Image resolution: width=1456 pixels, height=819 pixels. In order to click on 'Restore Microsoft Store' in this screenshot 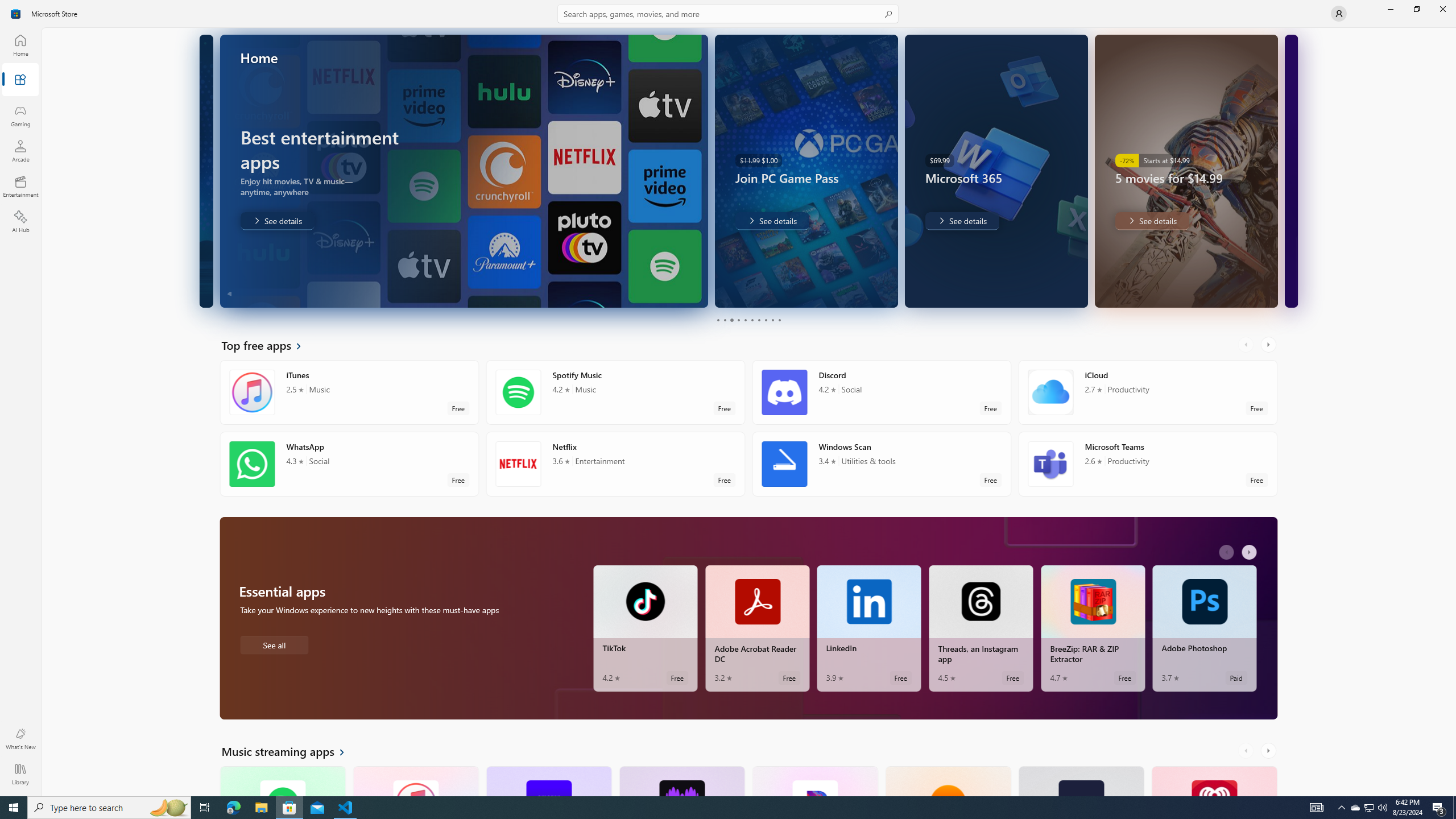, I will do `click(1416, 9)`.